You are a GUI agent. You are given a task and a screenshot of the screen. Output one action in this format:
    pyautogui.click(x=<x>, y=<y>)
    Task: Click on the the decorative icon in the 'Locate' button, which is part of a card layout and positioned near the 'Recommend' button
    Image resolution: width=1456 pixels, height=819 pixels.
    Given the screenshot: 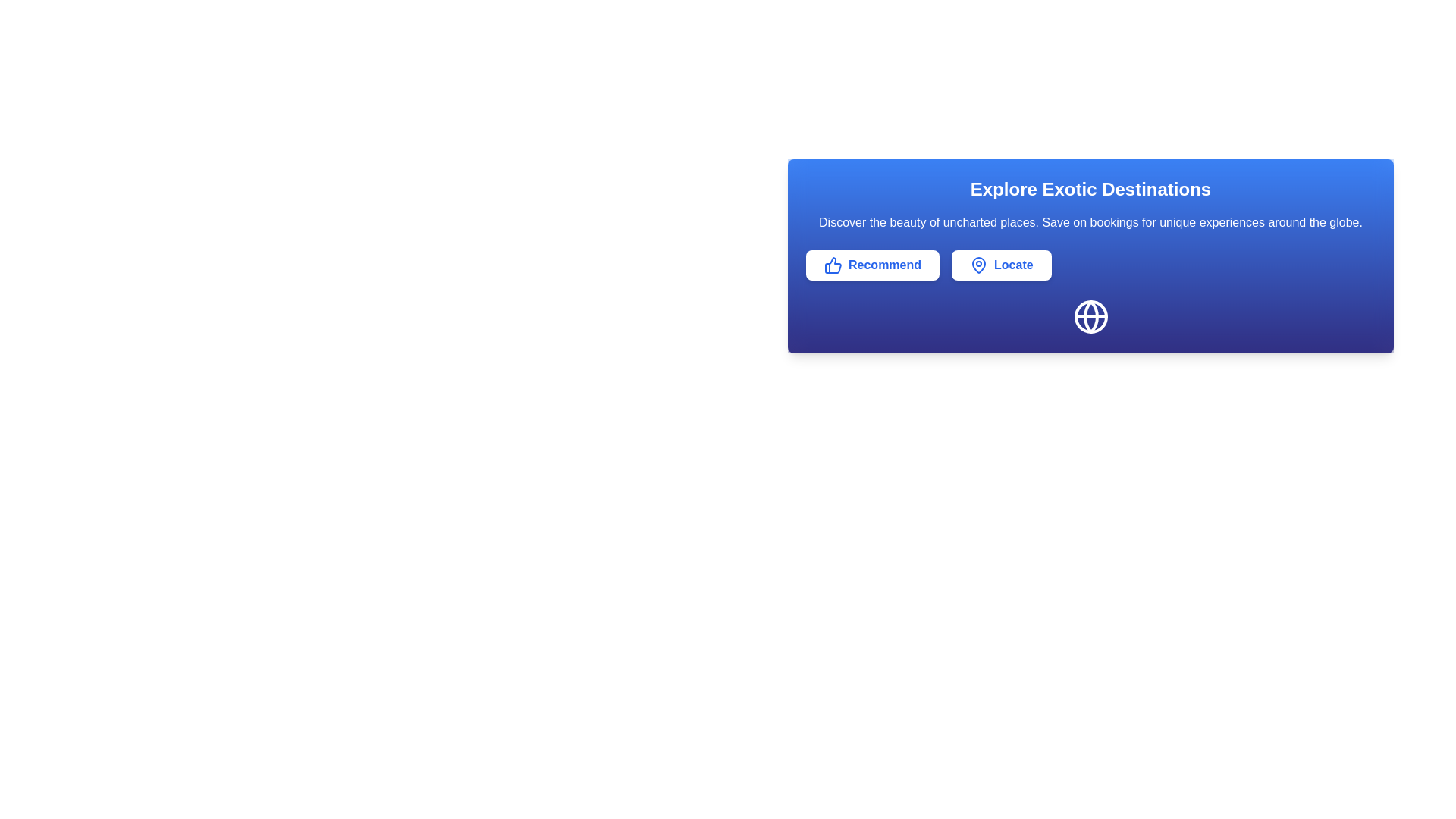 What is the action you would take?
    pyautogui.click(x=979, y=265)
    